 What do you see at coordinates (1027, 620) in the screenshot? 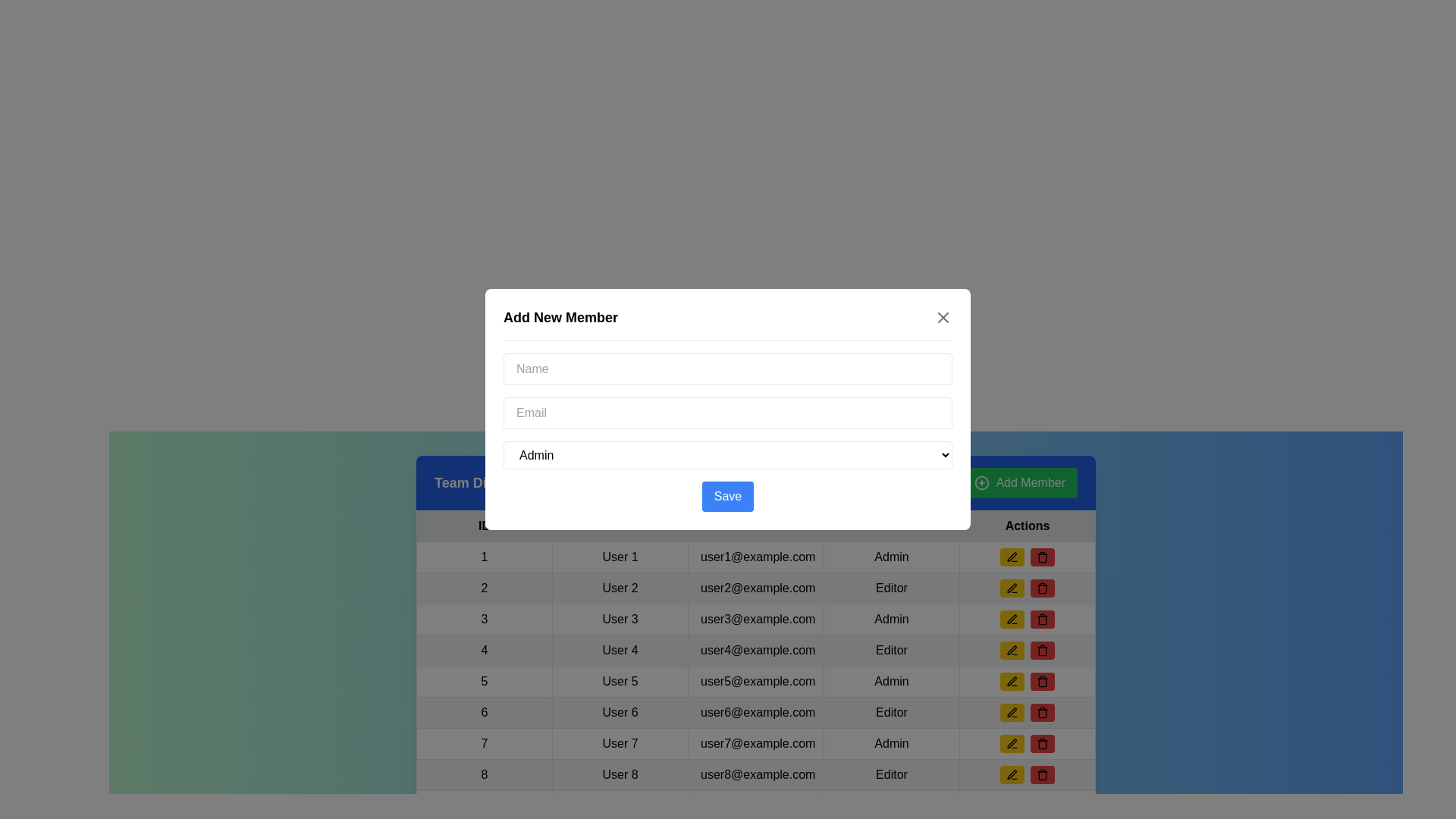
I see `the red rectangular Action button with a trash bin icon in the 'Actions' column for 'User 3' to initiate the delete action` at bounding box center [1027, 620].